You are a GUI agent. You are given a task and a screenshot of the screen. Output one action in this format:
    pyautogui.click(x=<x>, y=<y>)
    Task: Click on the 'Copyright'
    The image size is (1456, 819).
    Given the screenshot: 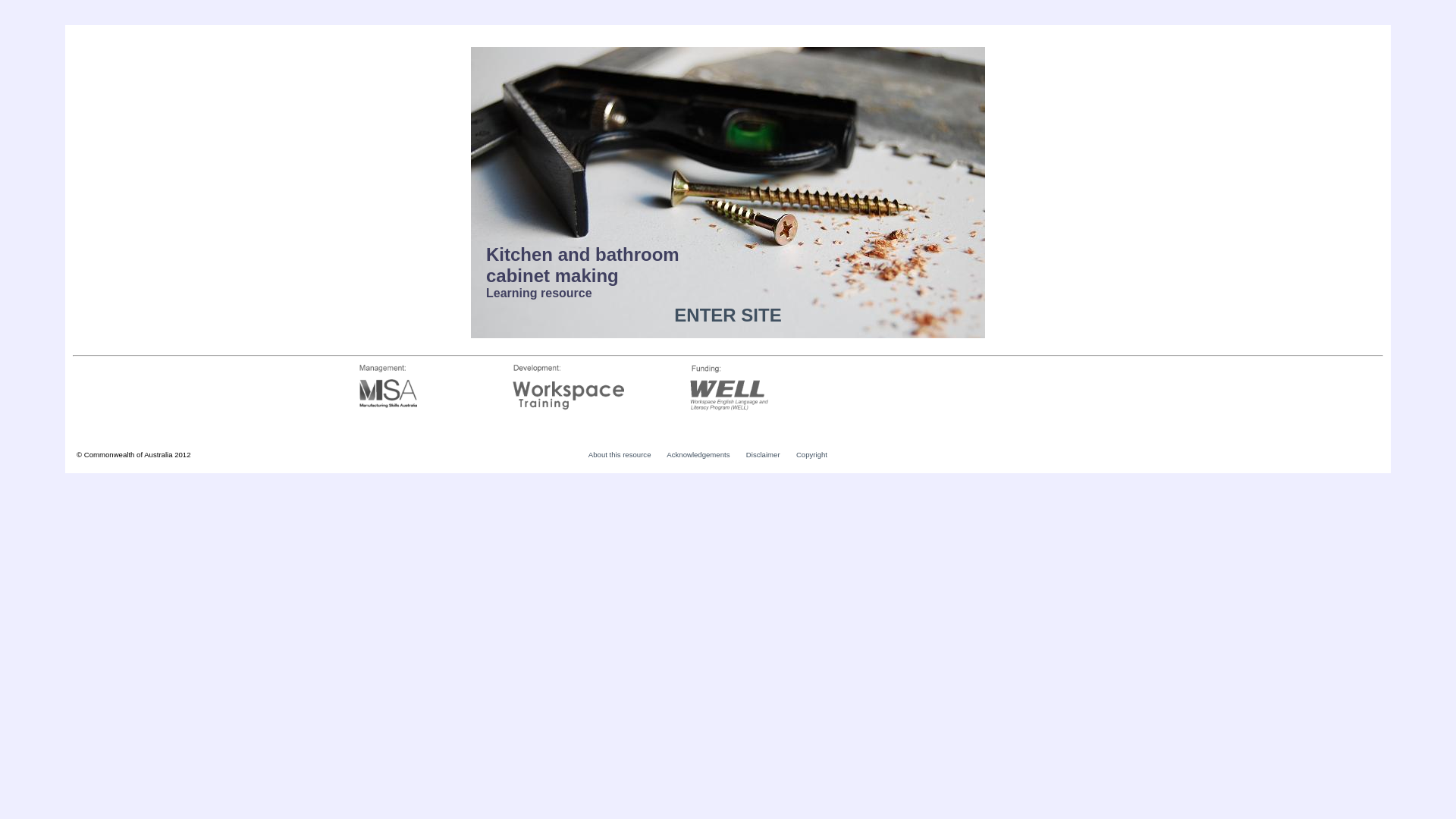 What is the action you would take?
    pyautogui.click(x=811, y=453)
    